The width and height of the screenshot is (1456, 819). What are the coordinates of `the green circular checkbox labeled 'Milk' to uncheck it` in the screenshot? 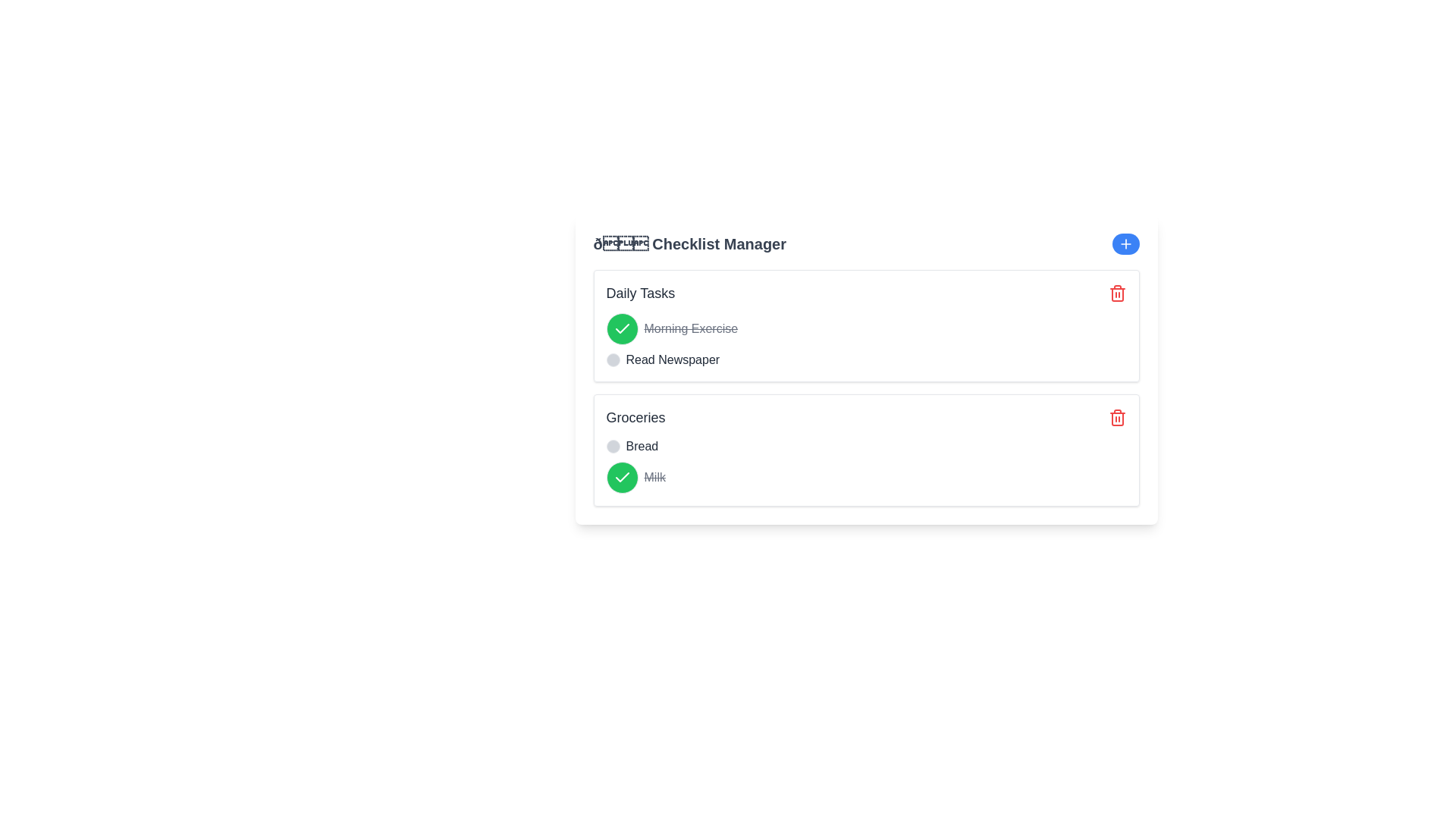 It's located at (866, 476).